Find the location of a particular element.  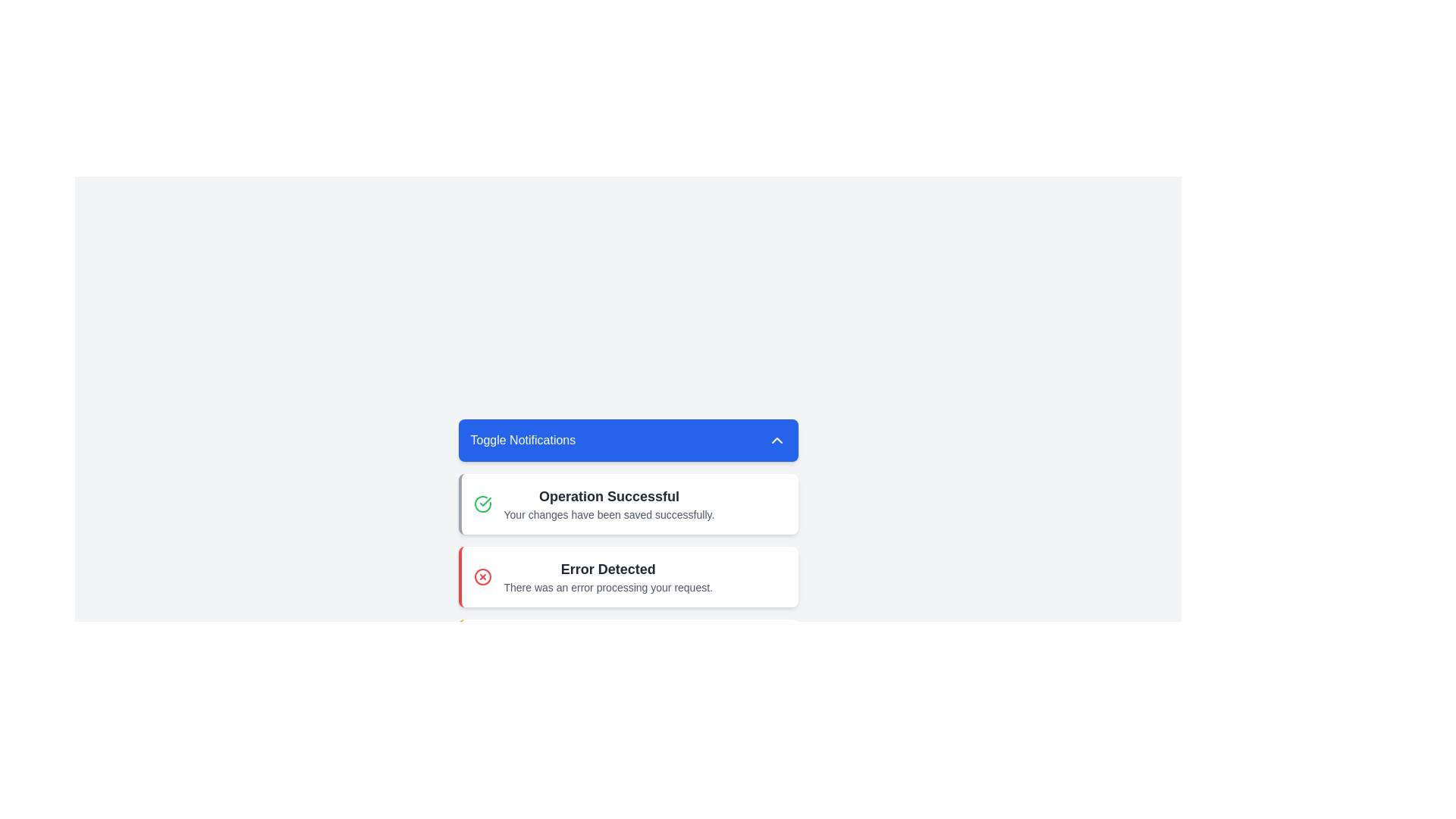

the text line that states 'There was an error processing your request.' which is located below the header 'Error Detected' in a notification card is located at coordinates (608, 587).